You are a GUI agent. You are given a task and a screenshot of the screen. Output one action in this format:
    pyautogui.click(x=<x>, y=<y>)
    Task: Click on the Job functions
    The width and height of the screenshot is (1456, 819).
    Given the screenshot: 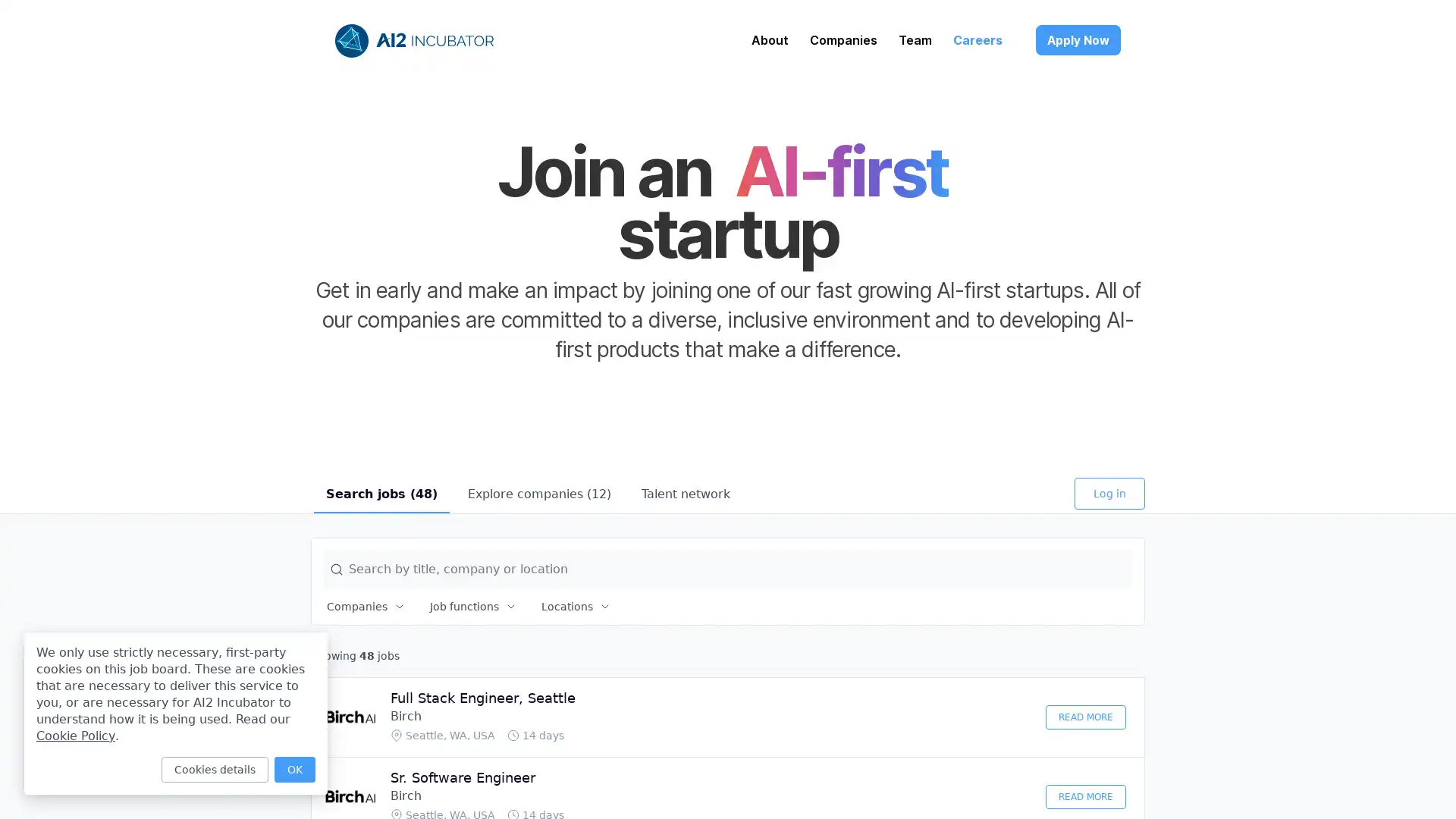 What is the action you would take?
    pyautogui.click(x=472, y=604)
    